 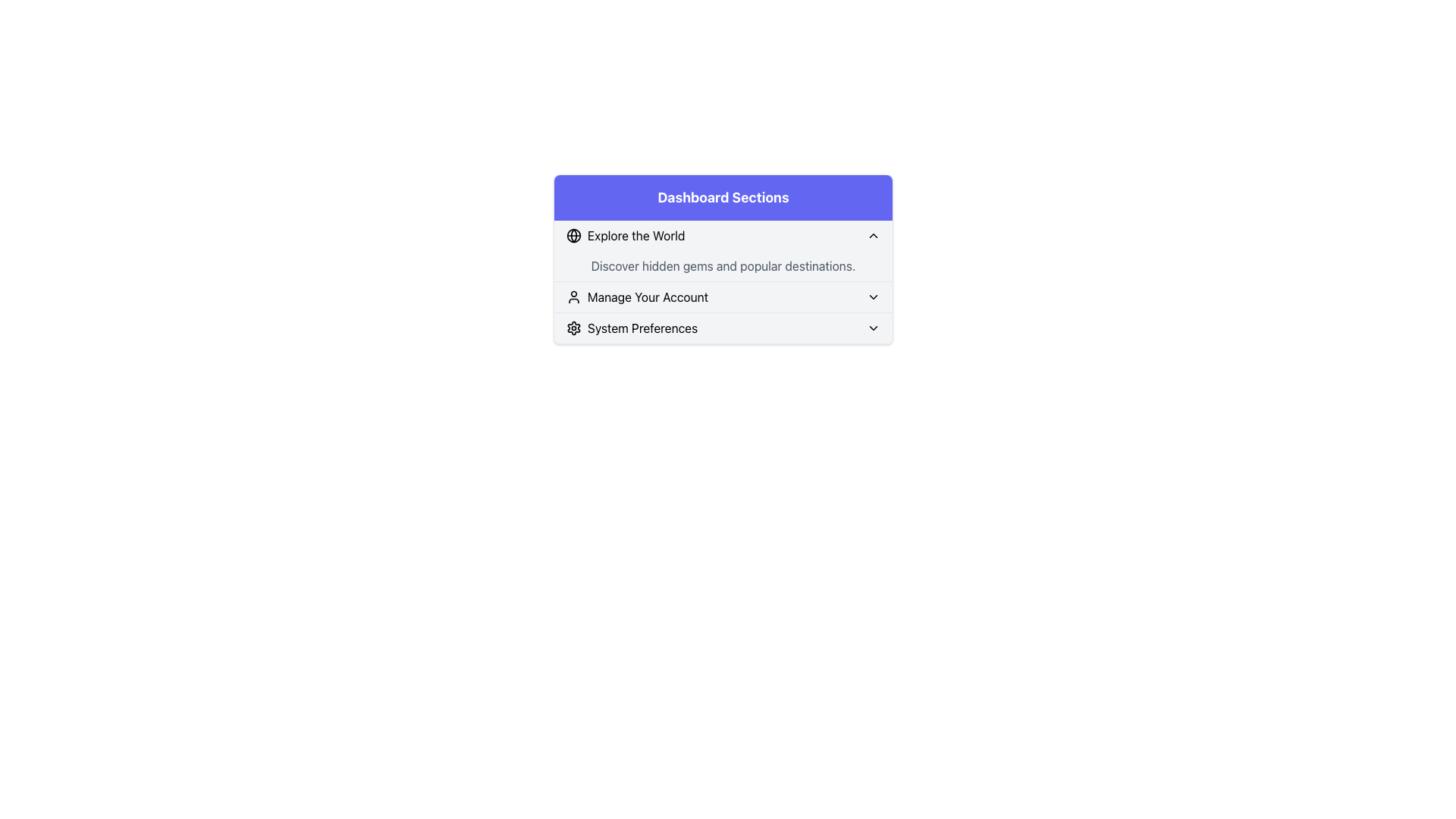 I want to click on the account settings icon located in the 'Manage Your Account' section of the dashboard, which is left-aligned next to the text 'Manage Your Account', so click(x=573, y=297).